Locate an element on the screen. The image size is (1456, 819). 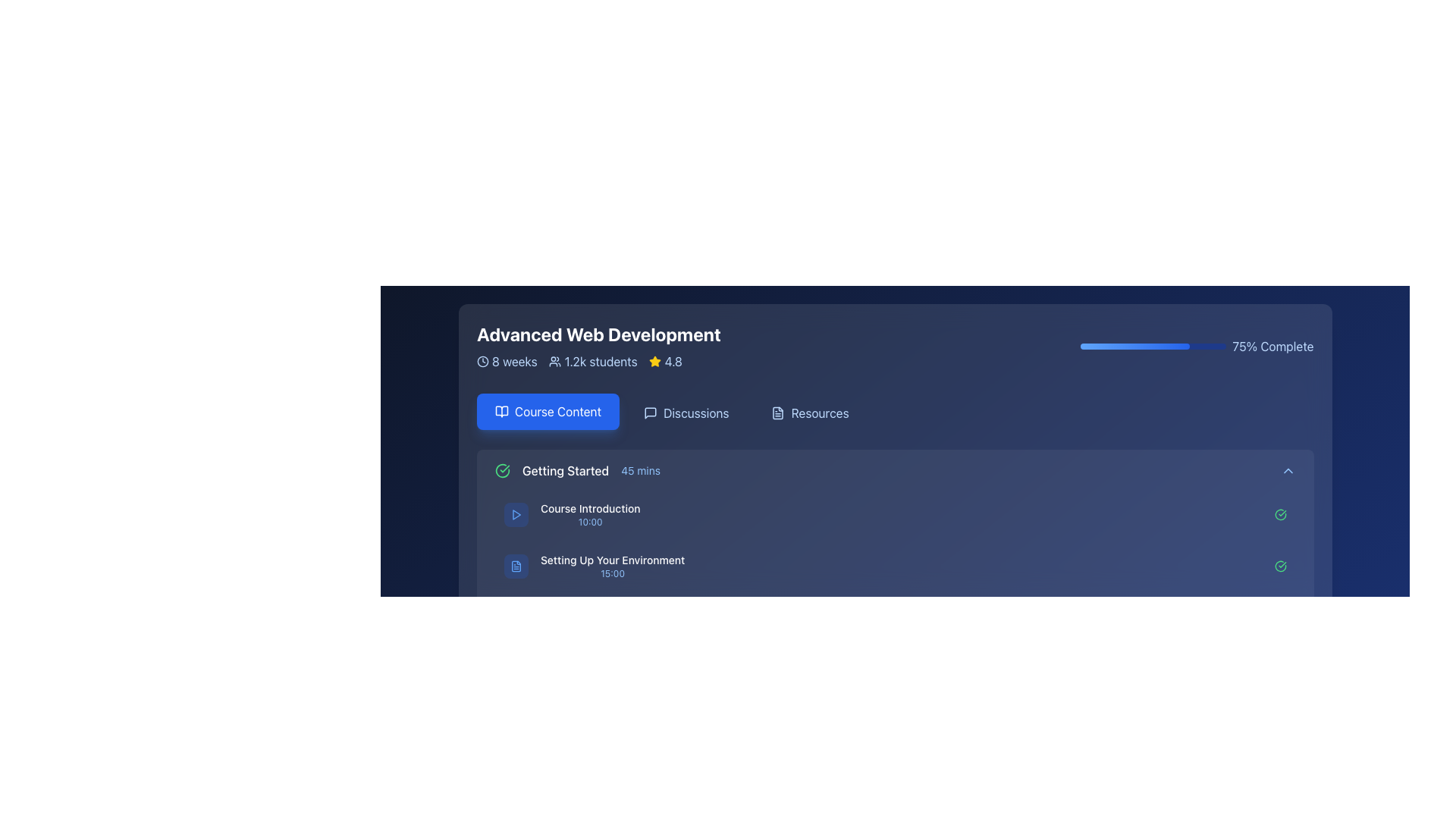
the rectangular icon with a subtle blue background and a file-like symbol, located to the left of the 'Setting Up Your Environment' list item in the 'Advanced Web Development' section to possibly see more details or a tooltip is located at coordinates (516, 566).